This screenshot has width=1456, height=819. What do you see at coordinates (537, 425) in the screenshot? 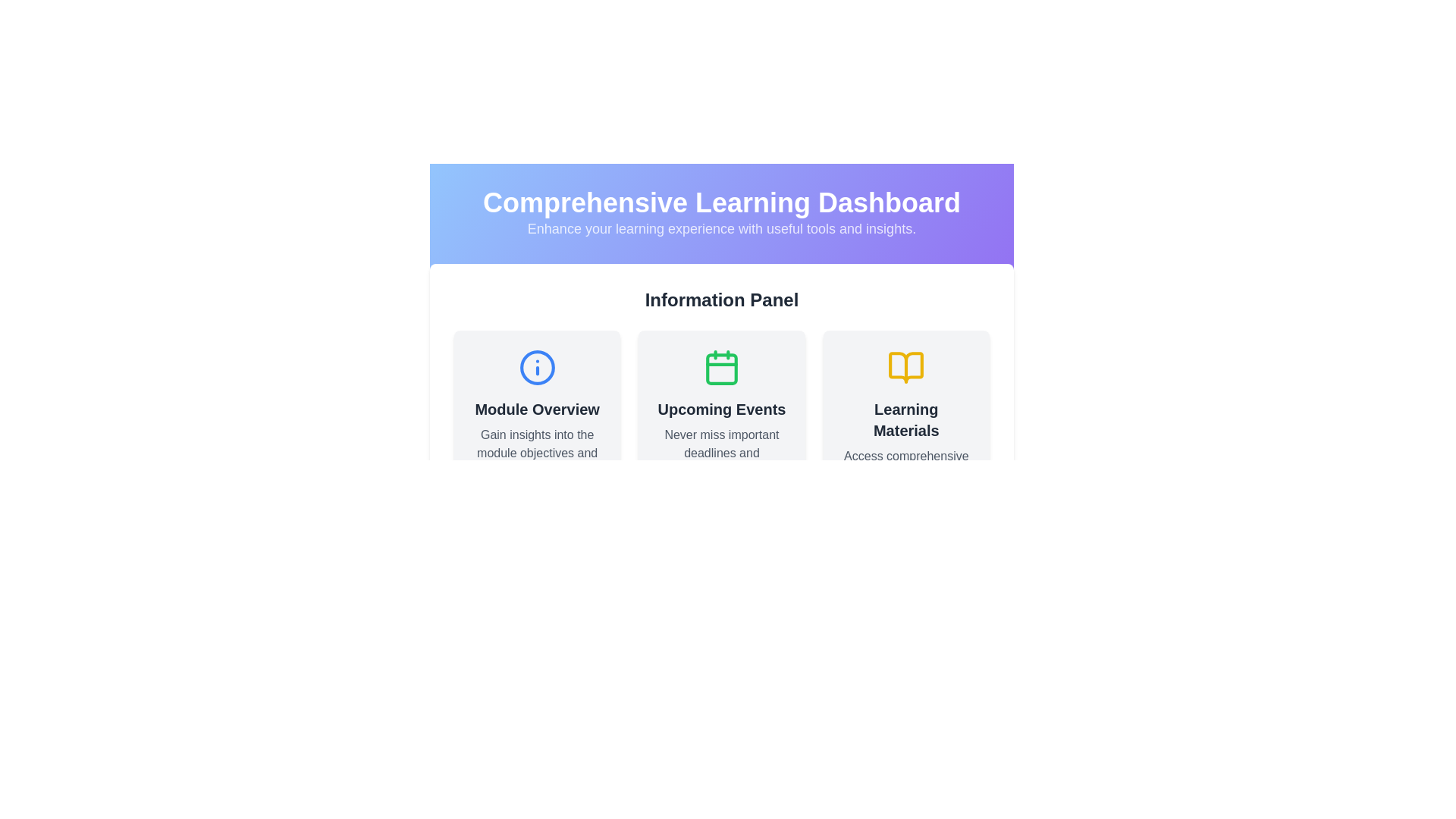
I see `the Informational Card, which features a light gray background, rounded corners, and contains the 'Module Overview' text and an 'info' icon at the top` at bounding box center [537, 425].